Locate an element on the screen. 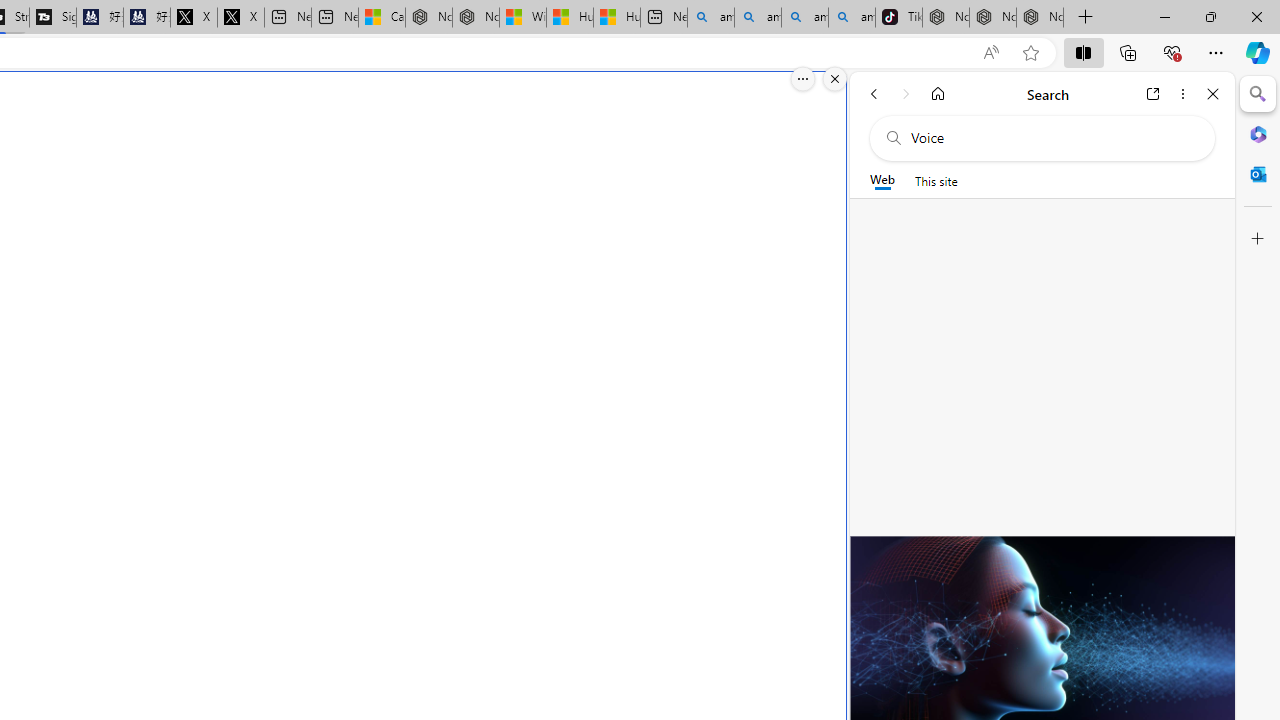 This screenshot has width=1280, height=720. 'amazon - Search' is located at coordinates (756, 17).